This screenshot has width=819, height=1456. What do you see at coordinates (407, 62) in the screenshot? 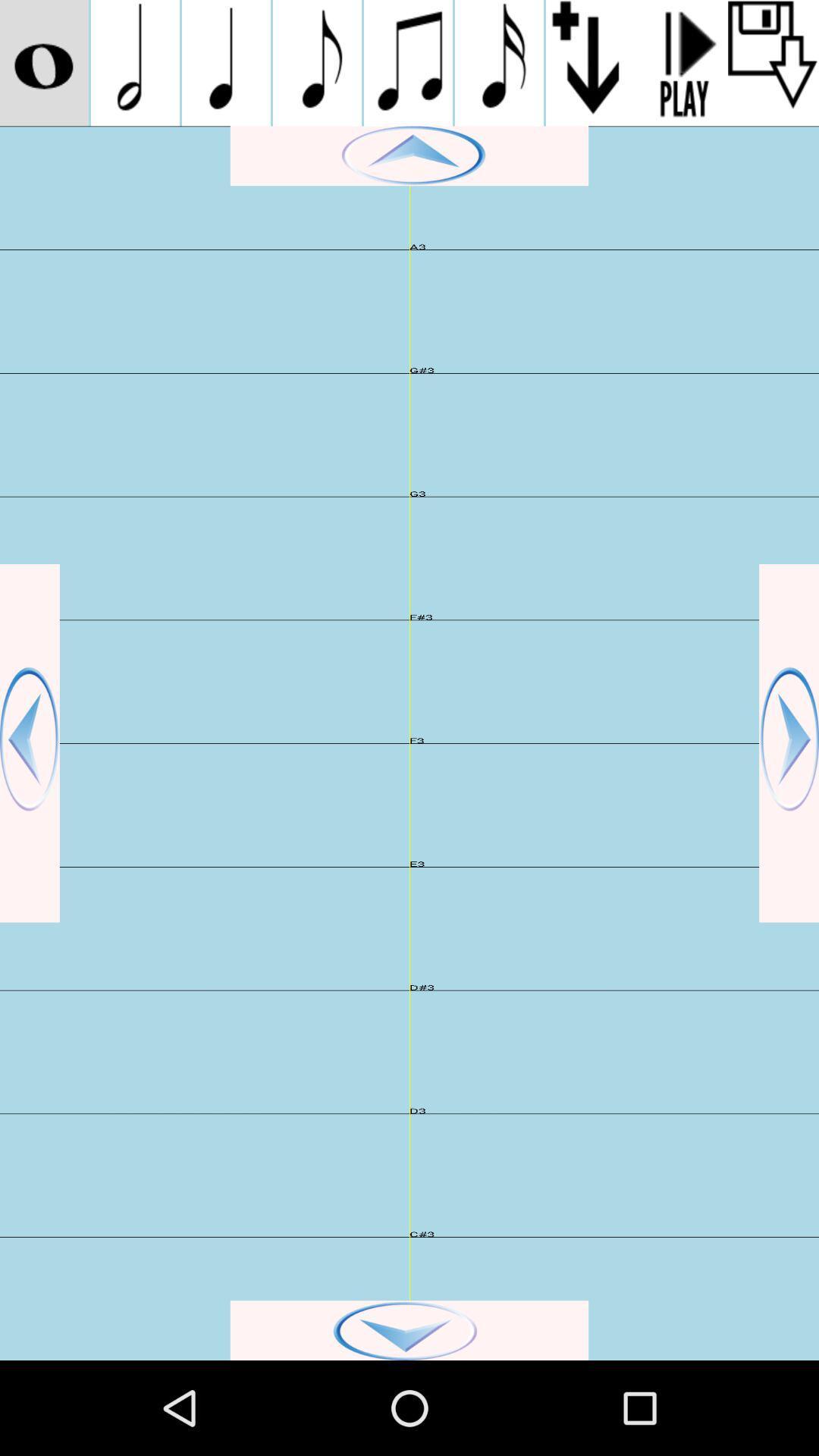
I see `music note` at bounding box center [407, 62].